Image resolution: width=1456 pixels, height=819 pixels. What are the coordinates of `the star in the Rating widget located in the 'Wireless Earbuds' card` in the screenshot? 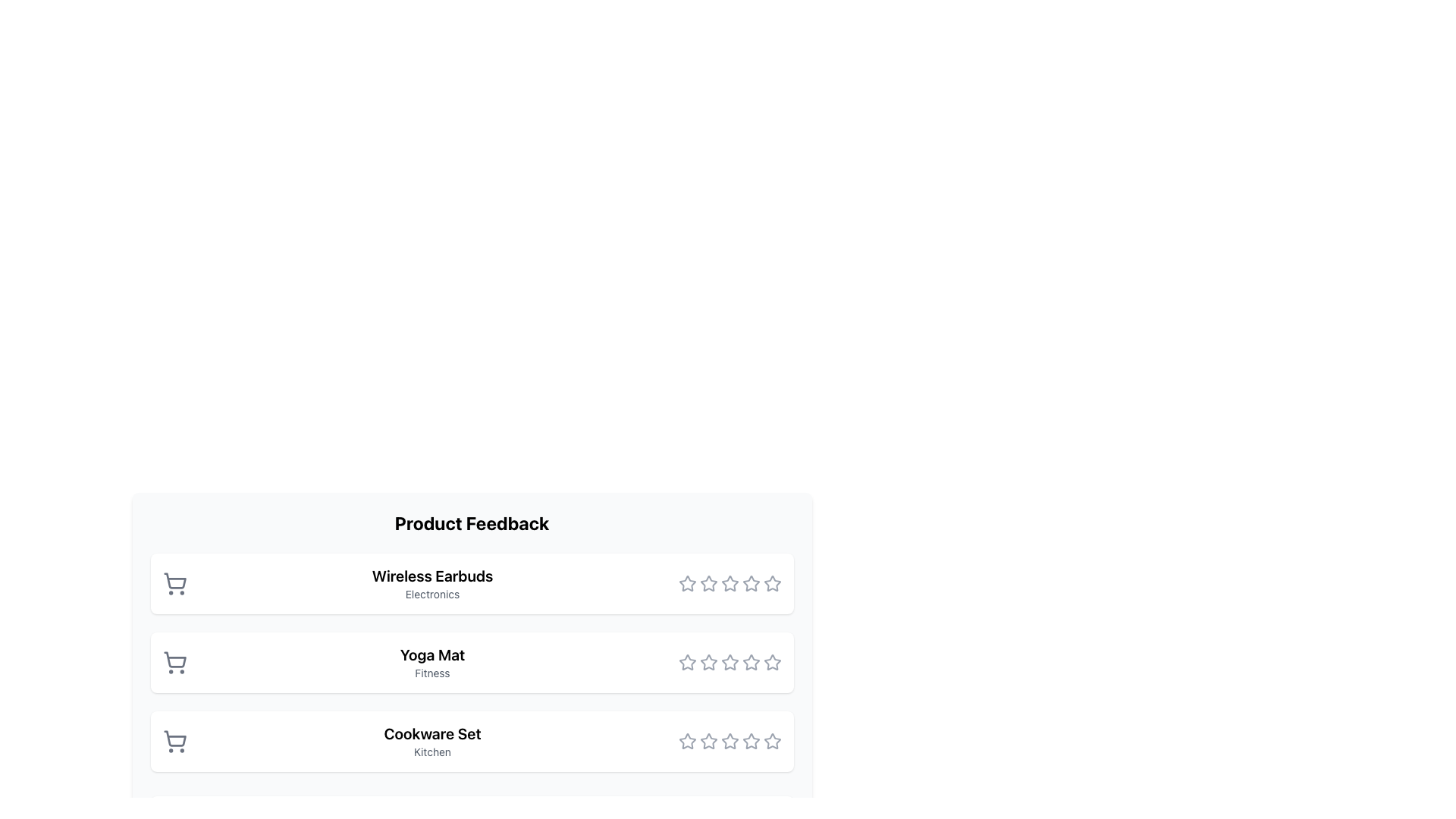 It's located at (730, 583).